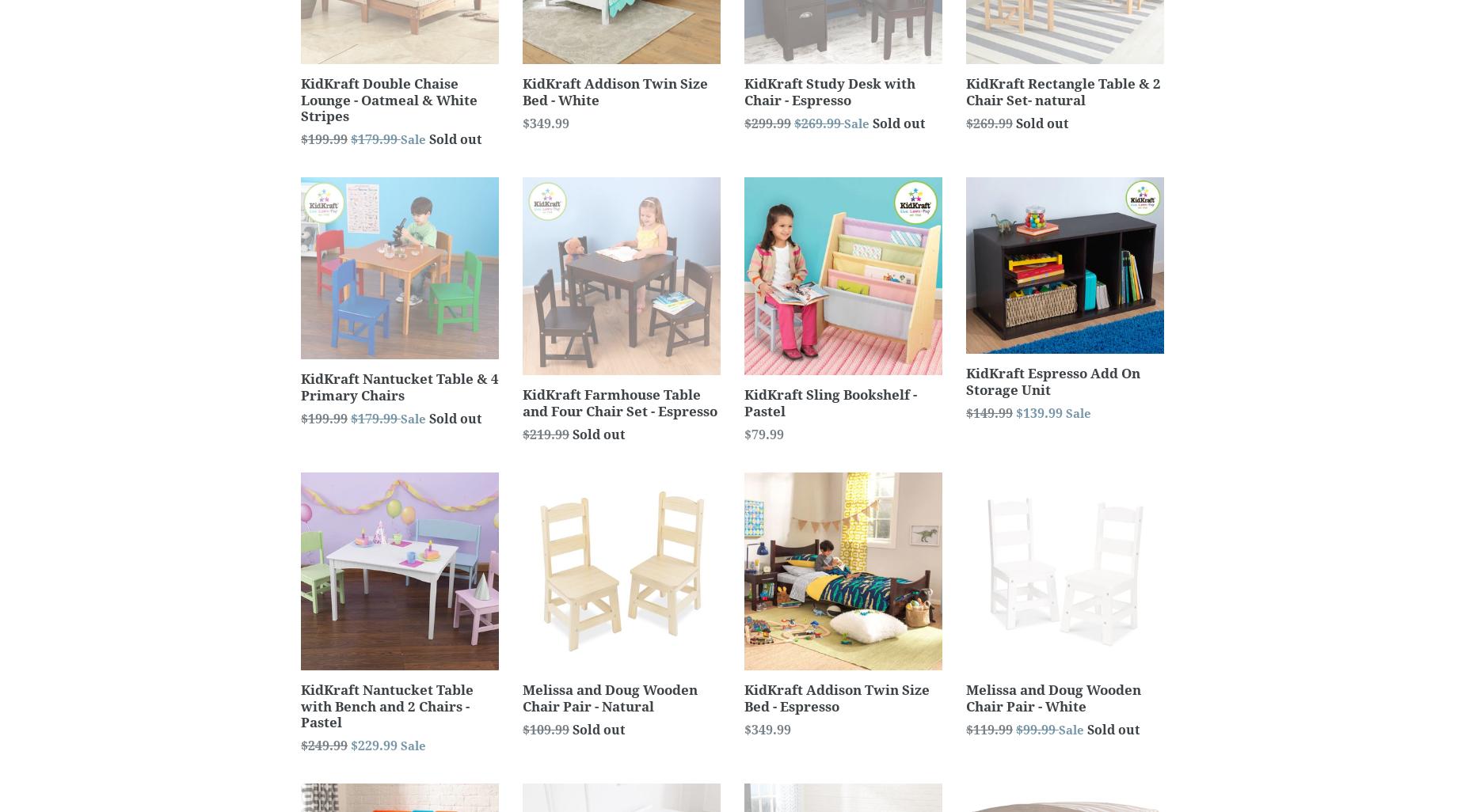  I want to click on '$139.99', so click(1040, 412).